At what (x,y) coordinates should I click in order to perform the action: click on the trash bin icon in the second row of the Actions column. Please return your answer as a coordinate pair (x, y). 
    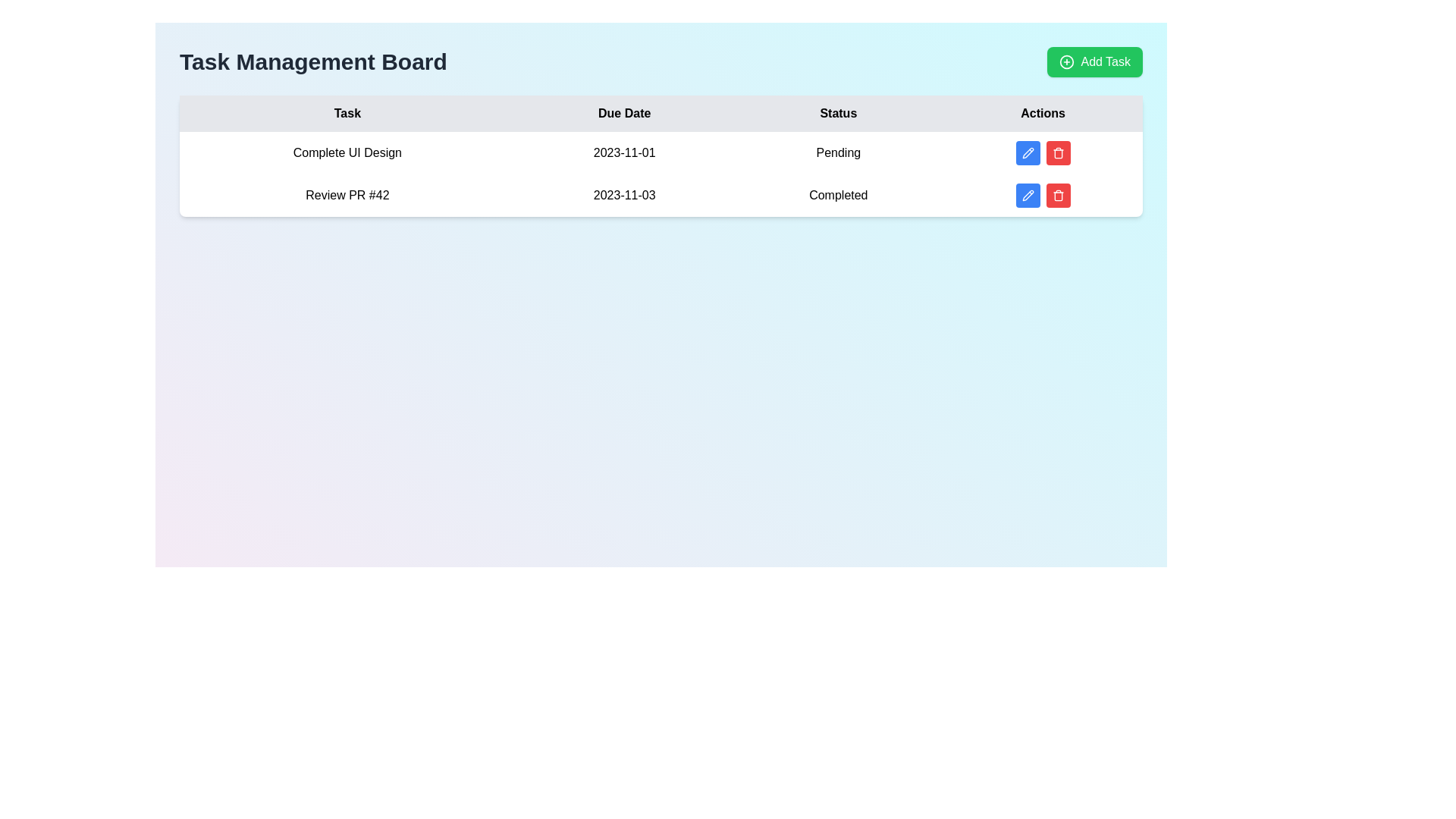
    Looking at the image, I should click on (1057, 154).